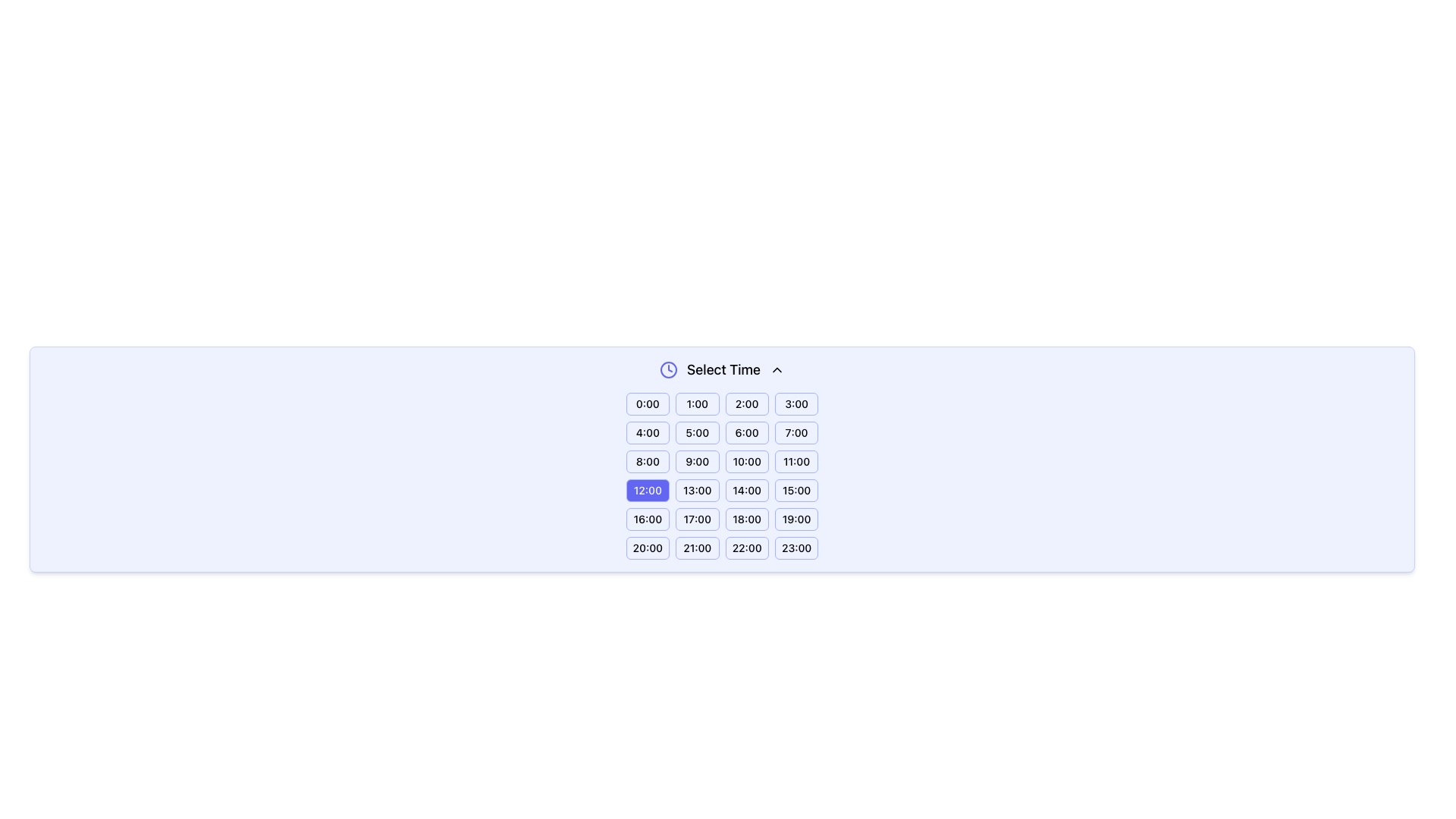  I want to click on the button, so click(696, 403).